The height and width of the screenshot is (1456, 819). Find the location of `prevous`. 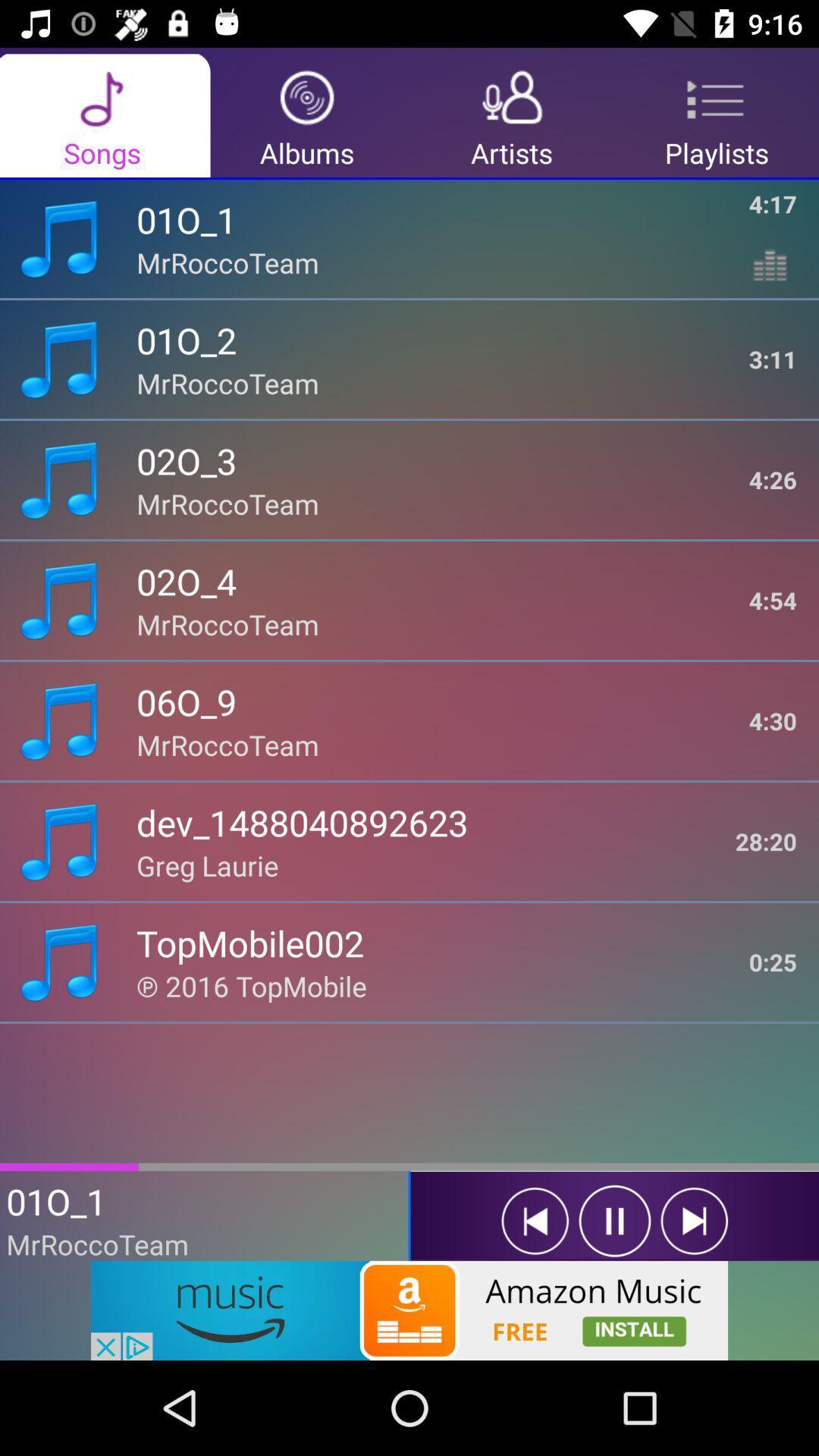

prevous is located at coordinates (534, 1221).